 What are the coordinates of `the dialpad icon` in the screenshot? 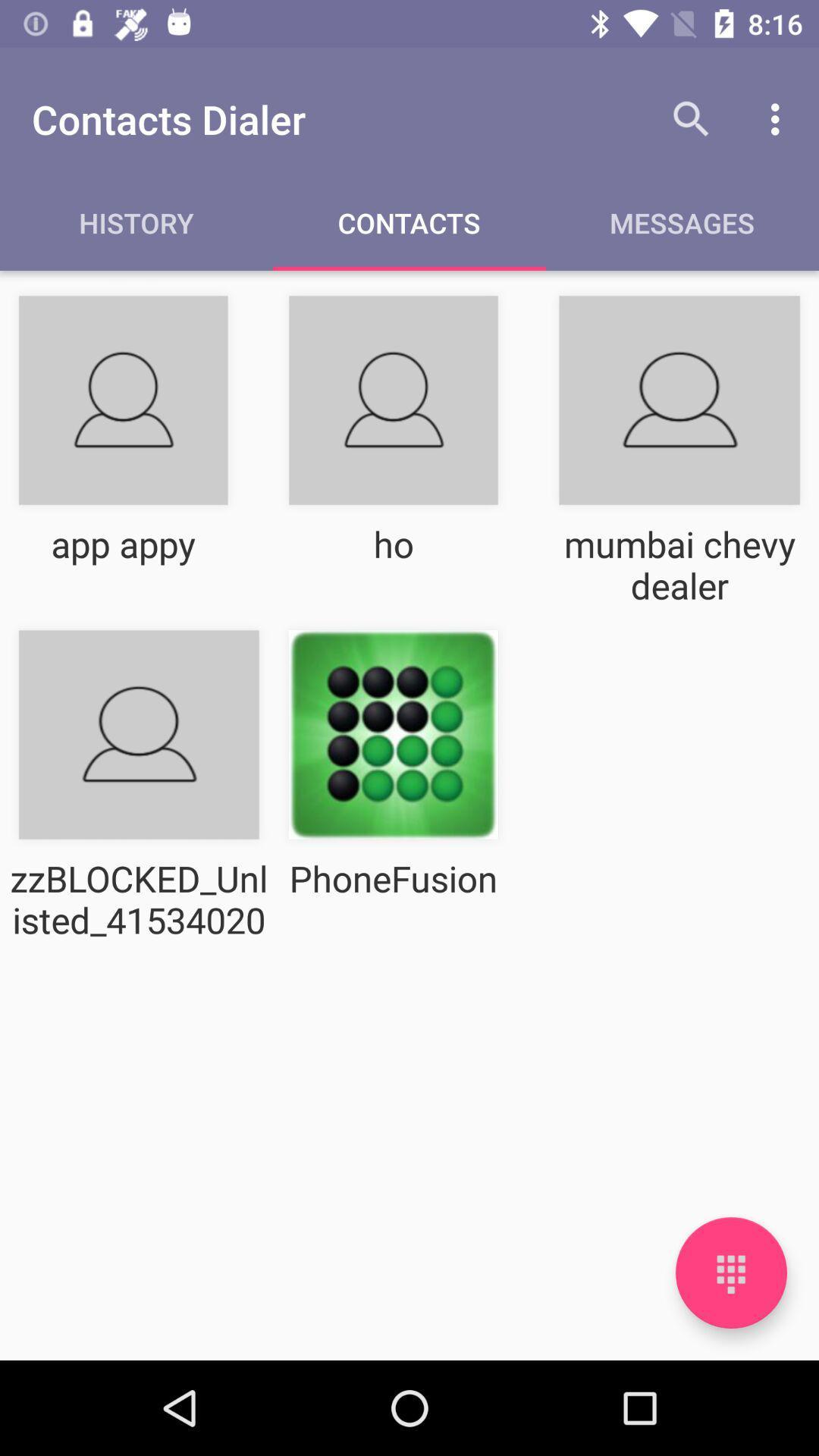 It's located at (730, 1272).